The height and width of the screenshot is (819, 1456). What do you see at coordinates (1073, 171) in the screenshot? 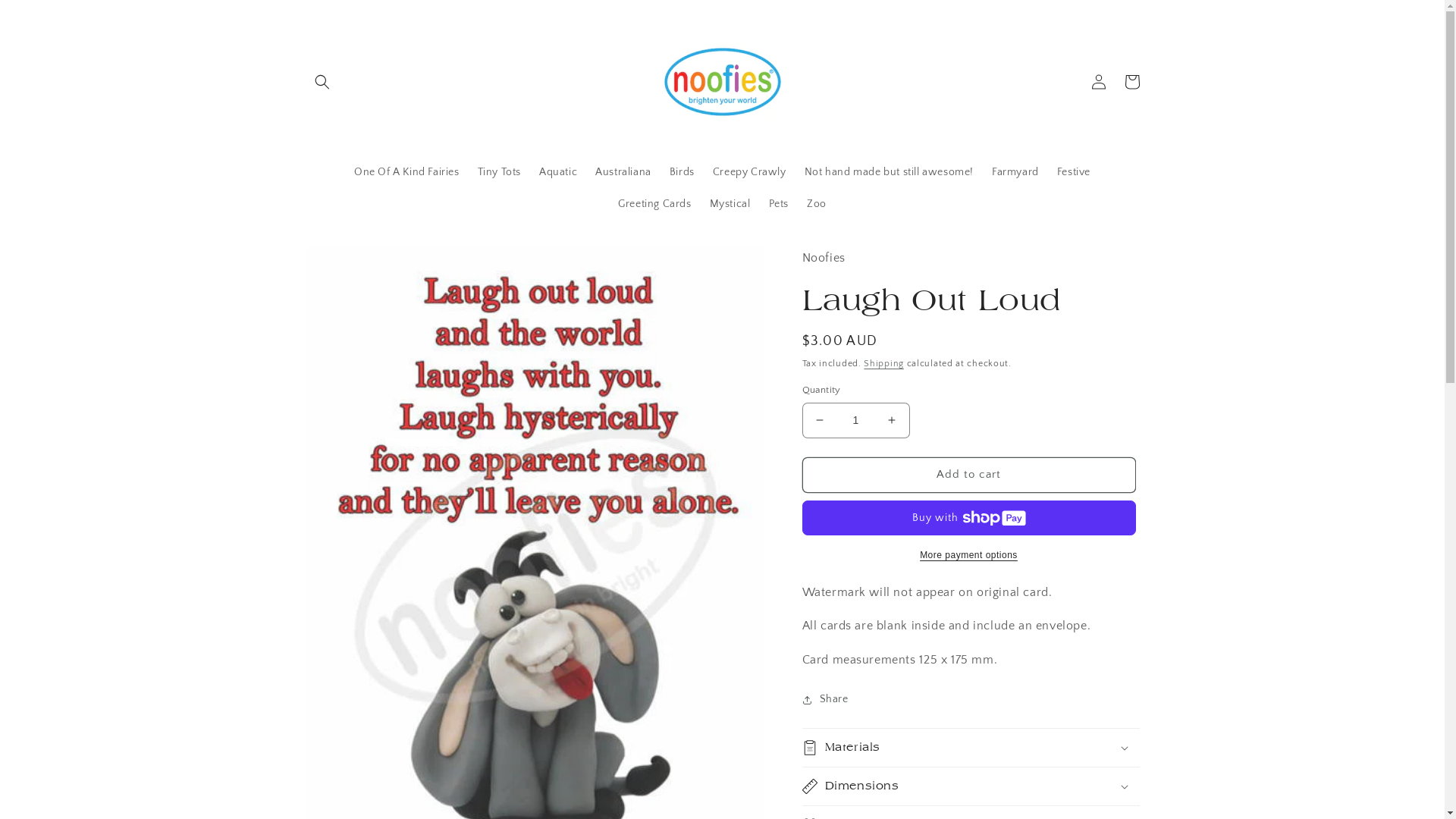
I see `'Festive'` at bounding box center [1073, 171].